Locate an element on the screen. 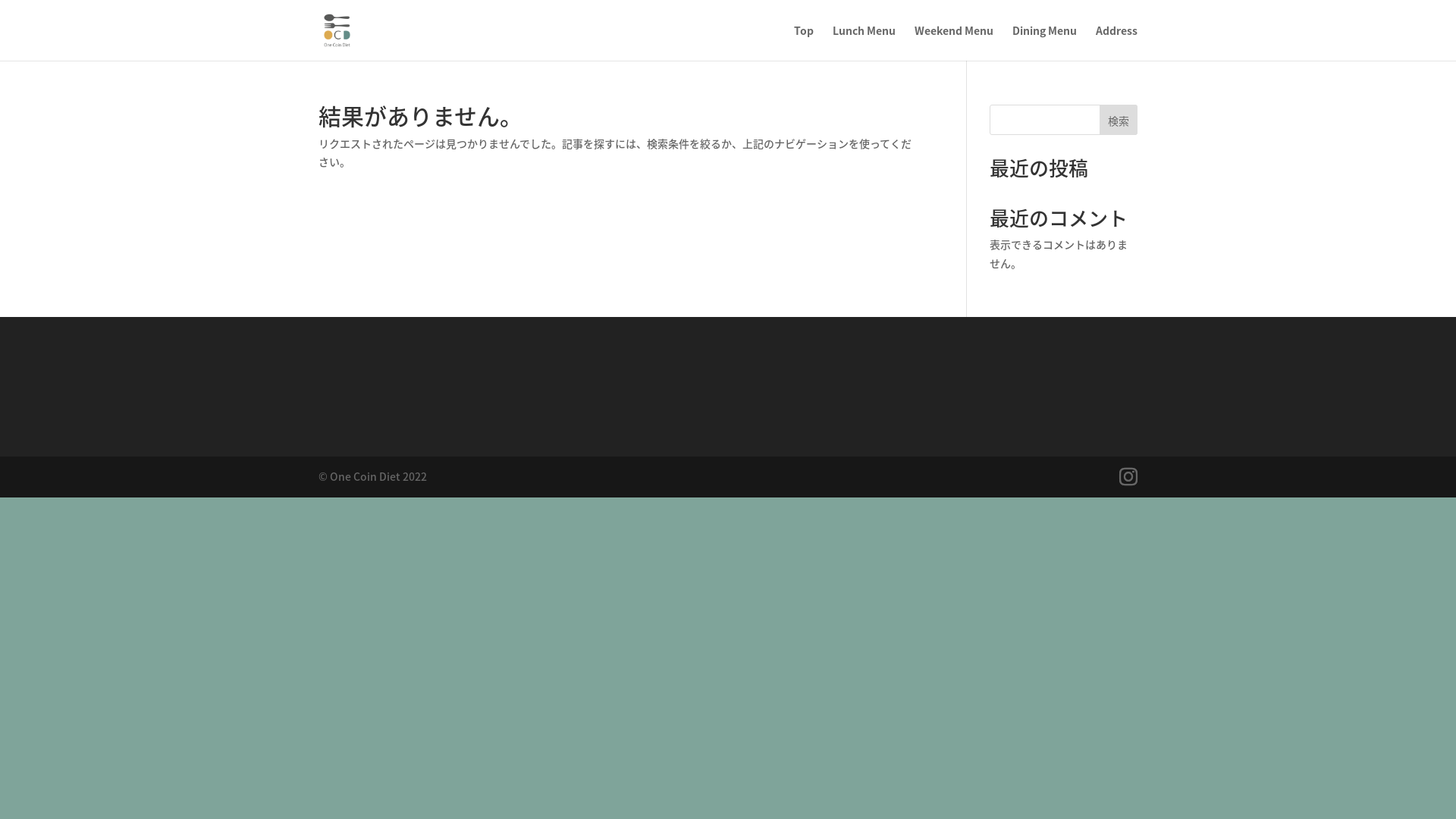 This screenshot has height=819, width=1456. 'Top' is located at coordinates (803, 42).